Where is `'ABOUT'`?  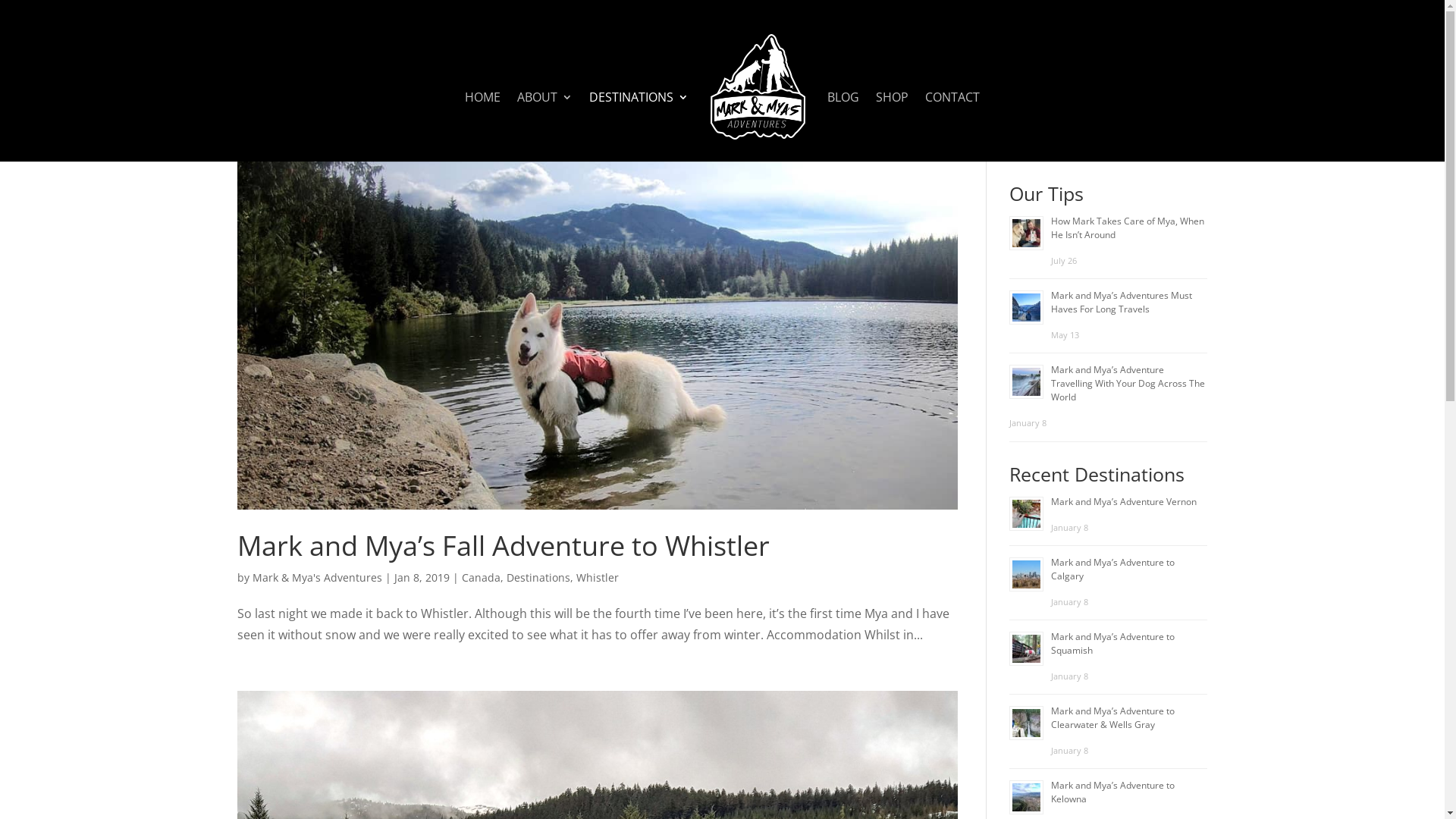
'ABOUT' is located at coordinates (544, 125).